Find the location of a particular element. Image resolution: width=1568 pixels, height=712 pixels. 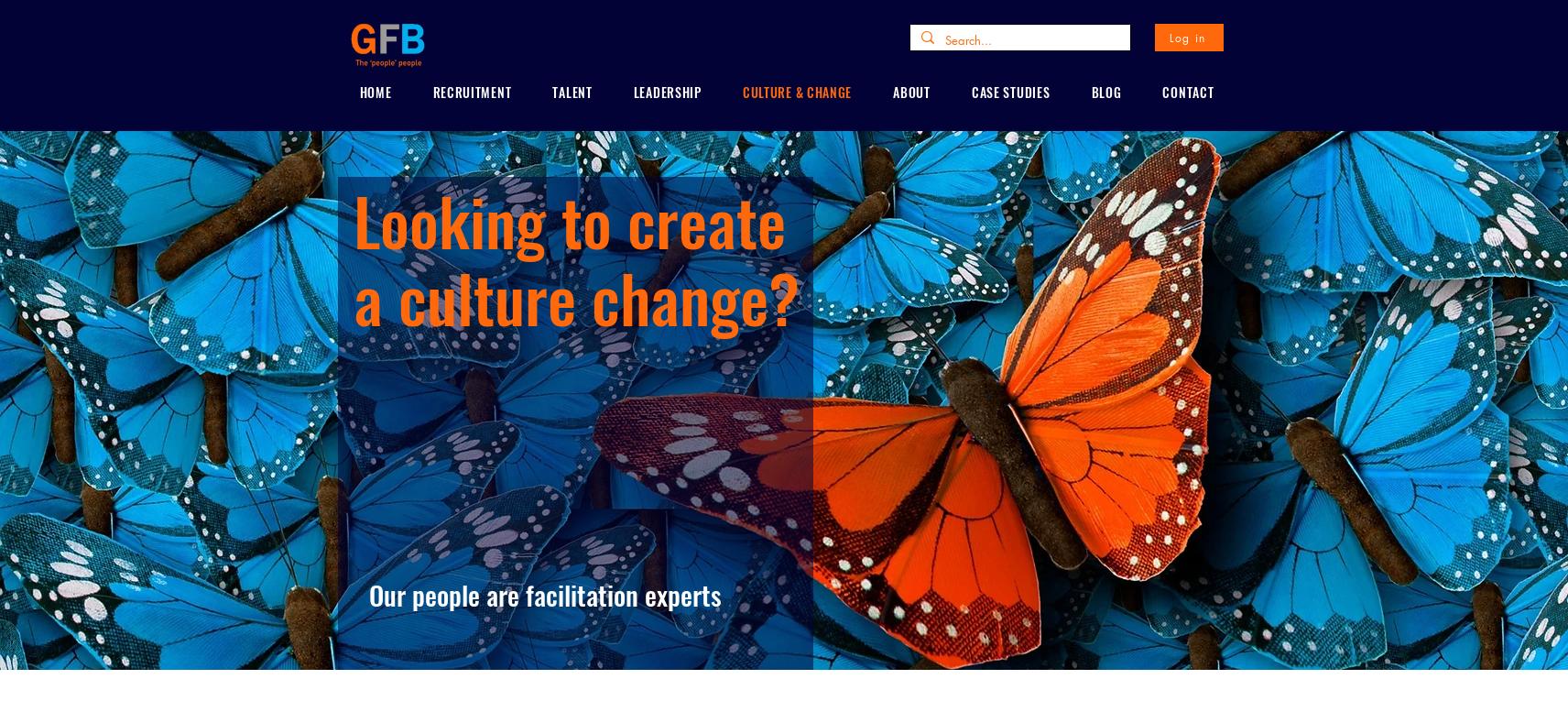

'CASE STUDIES' is located at coordinates (970, 91).